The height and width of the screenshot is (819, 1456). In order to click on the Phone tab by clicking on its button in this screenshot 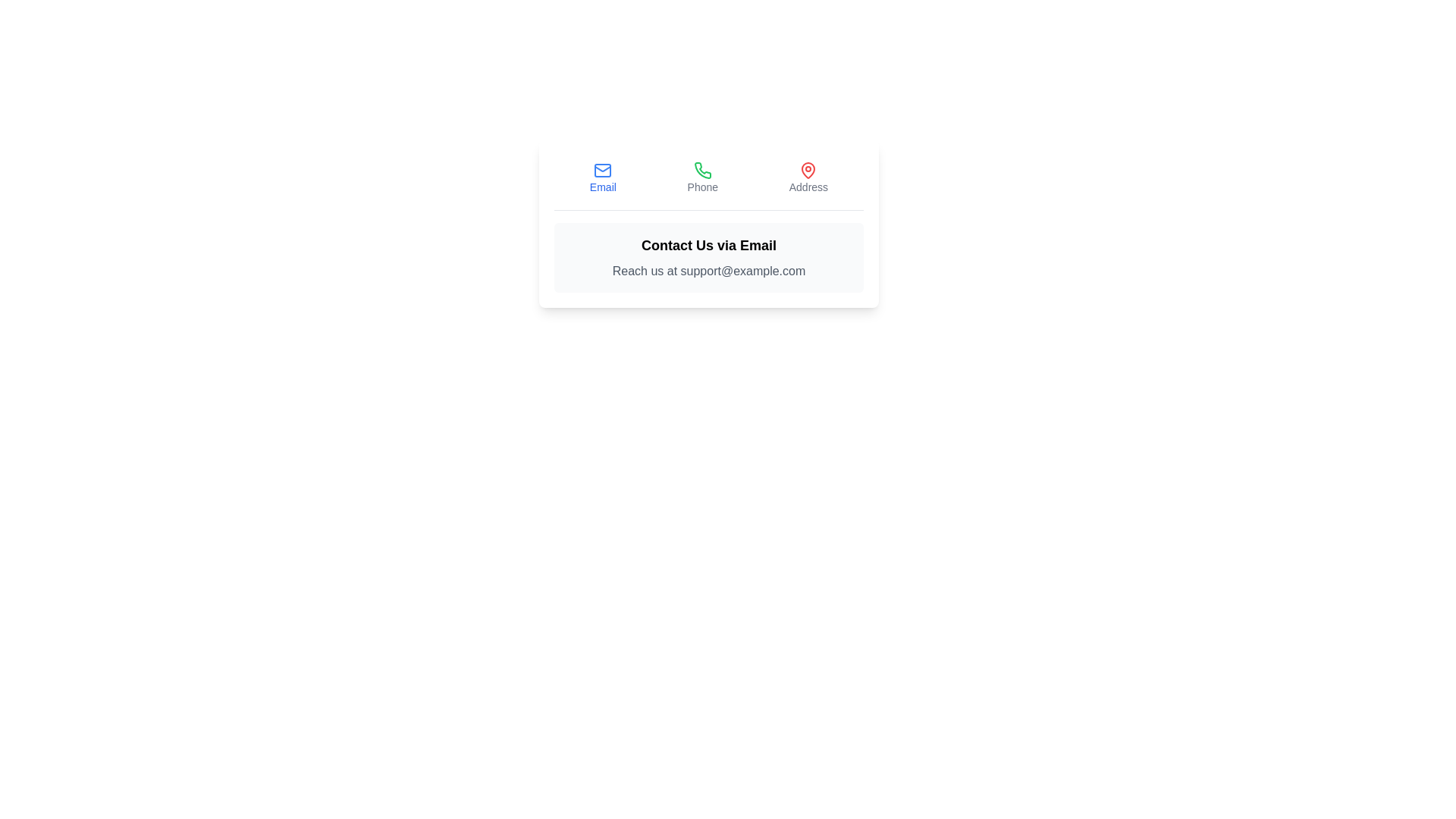, I will do `click(701, 177)`.